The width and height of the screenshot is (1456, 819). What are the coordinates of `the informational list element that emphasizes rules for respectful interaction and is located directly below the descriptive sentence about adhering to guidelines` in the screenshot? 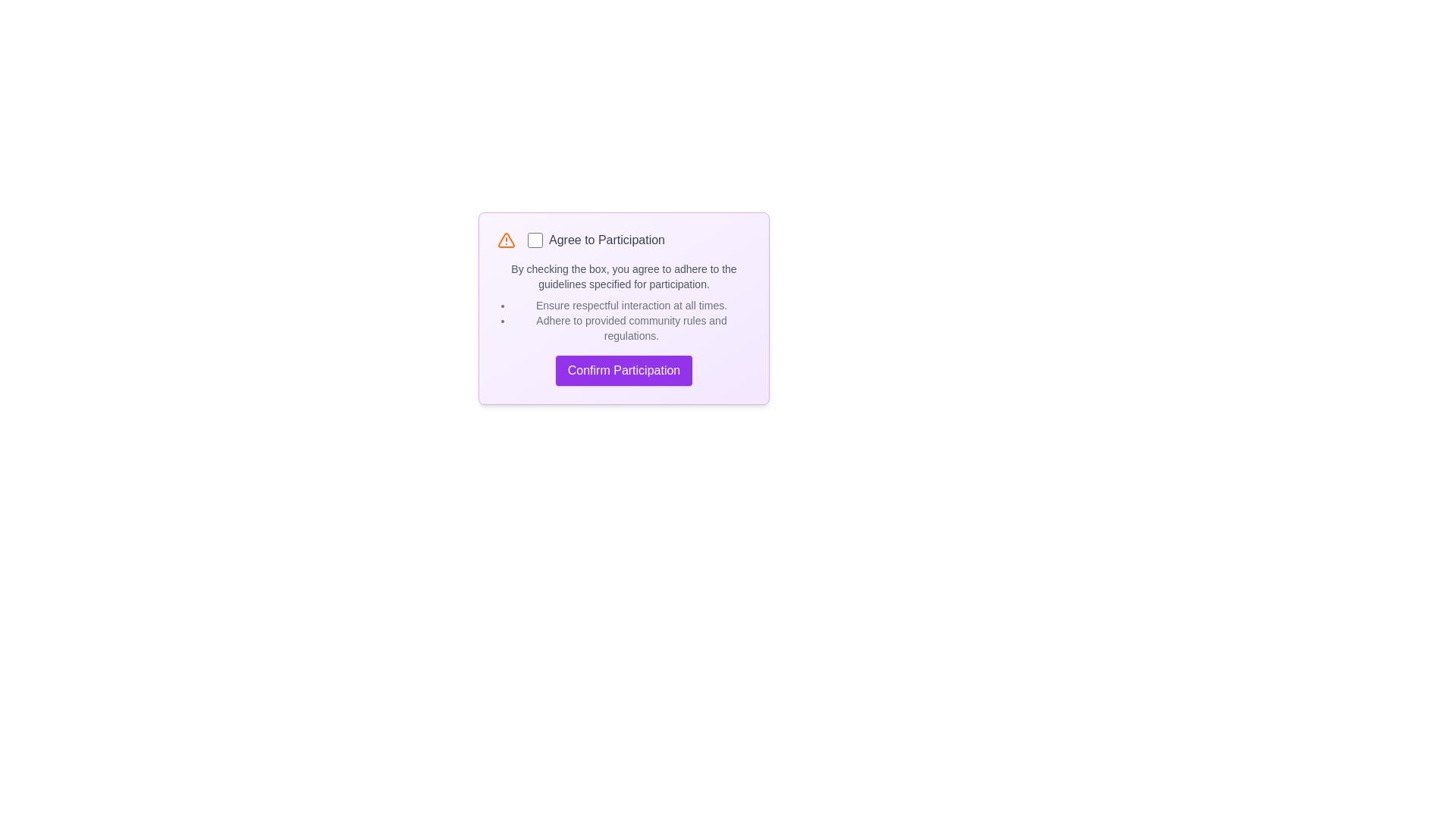 It's located at (623, 320).